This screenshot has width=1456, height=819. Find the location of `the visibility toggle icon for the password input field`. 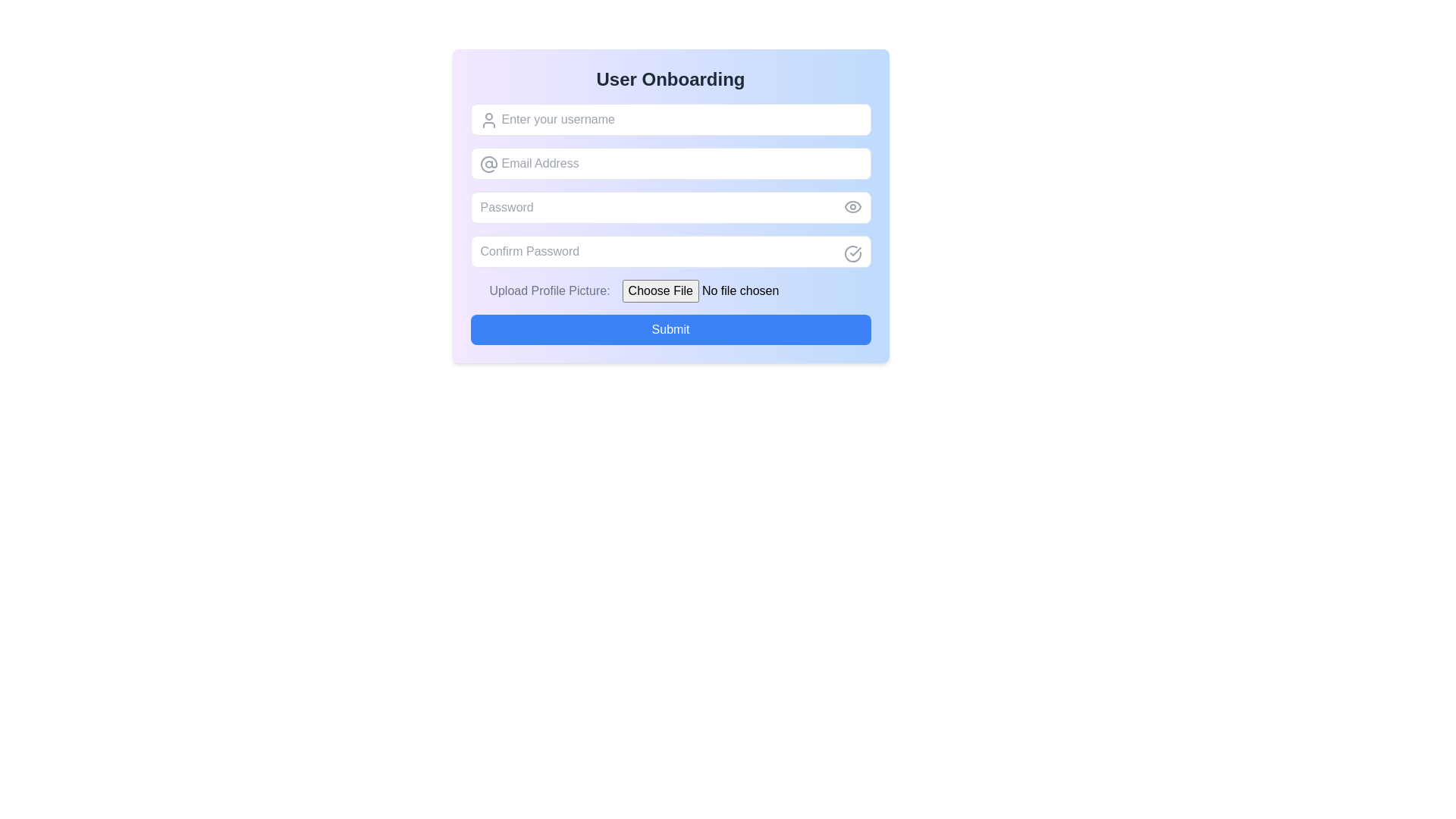

the visibility toggle icon for the password input field is located at coordinates (852, 207).